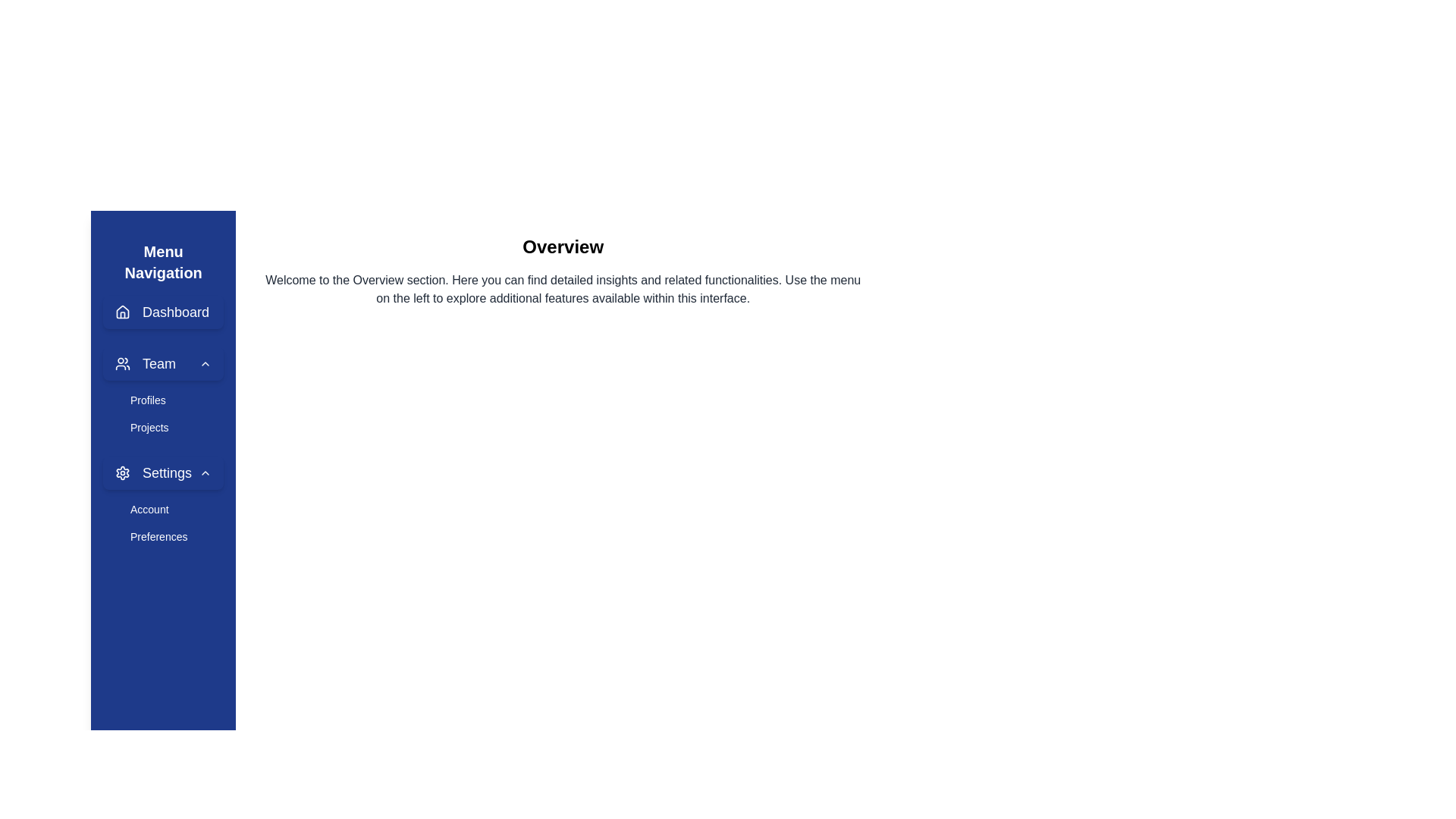 The image size is (1456, 819). Describe the element at coordinates (123, 363) in the screenshot. I see `the team icon represented by a pair of users, styled with a circular stroke and geometric shapes, located in the second item of the navigation menu on the left sidebar` at that location.